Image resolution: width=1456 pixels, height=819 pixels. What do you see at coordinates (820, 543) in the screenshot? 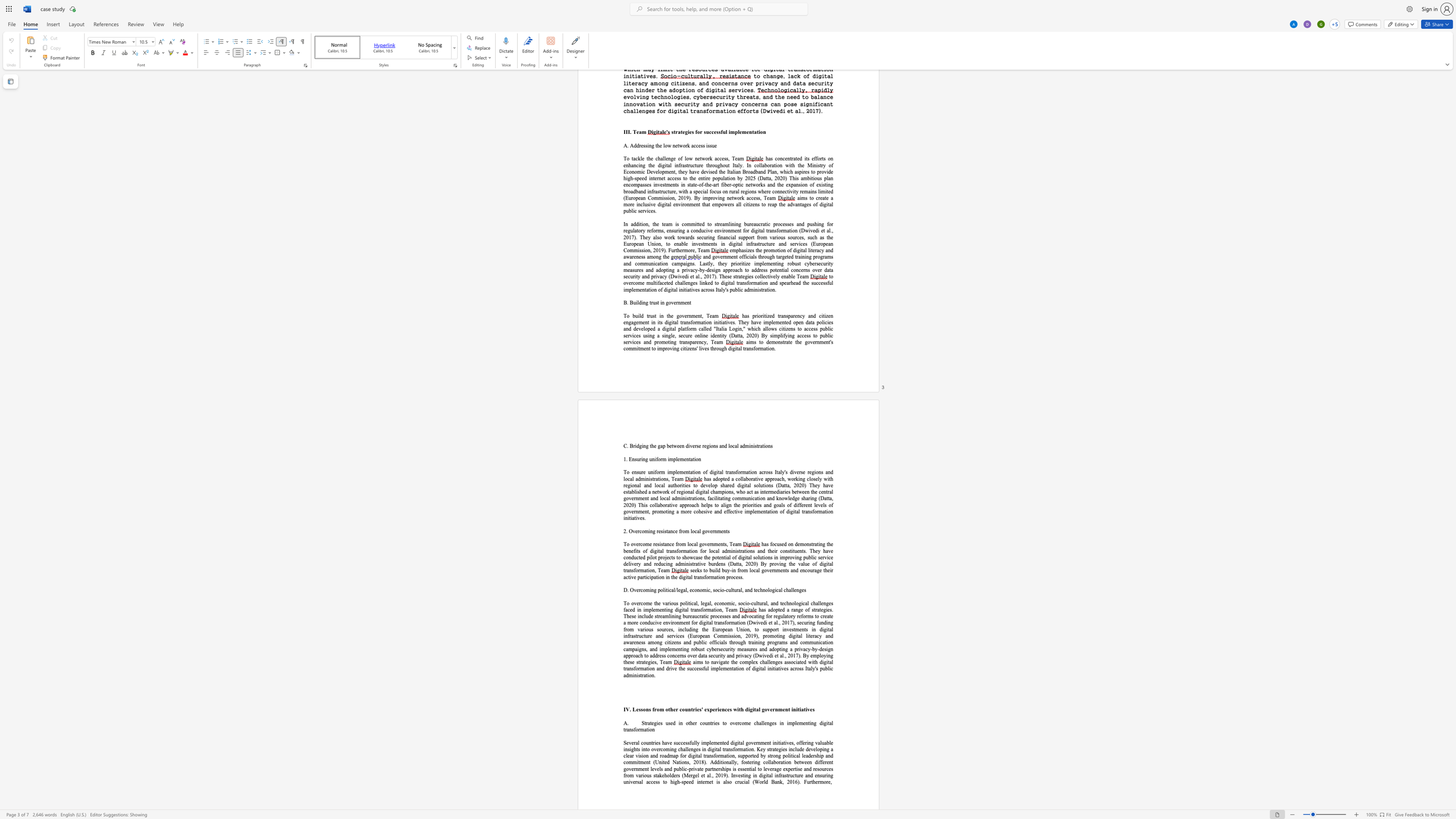
I see `the space between the continuous character "i" and "n" in the text` at bounding box center [820, 543].